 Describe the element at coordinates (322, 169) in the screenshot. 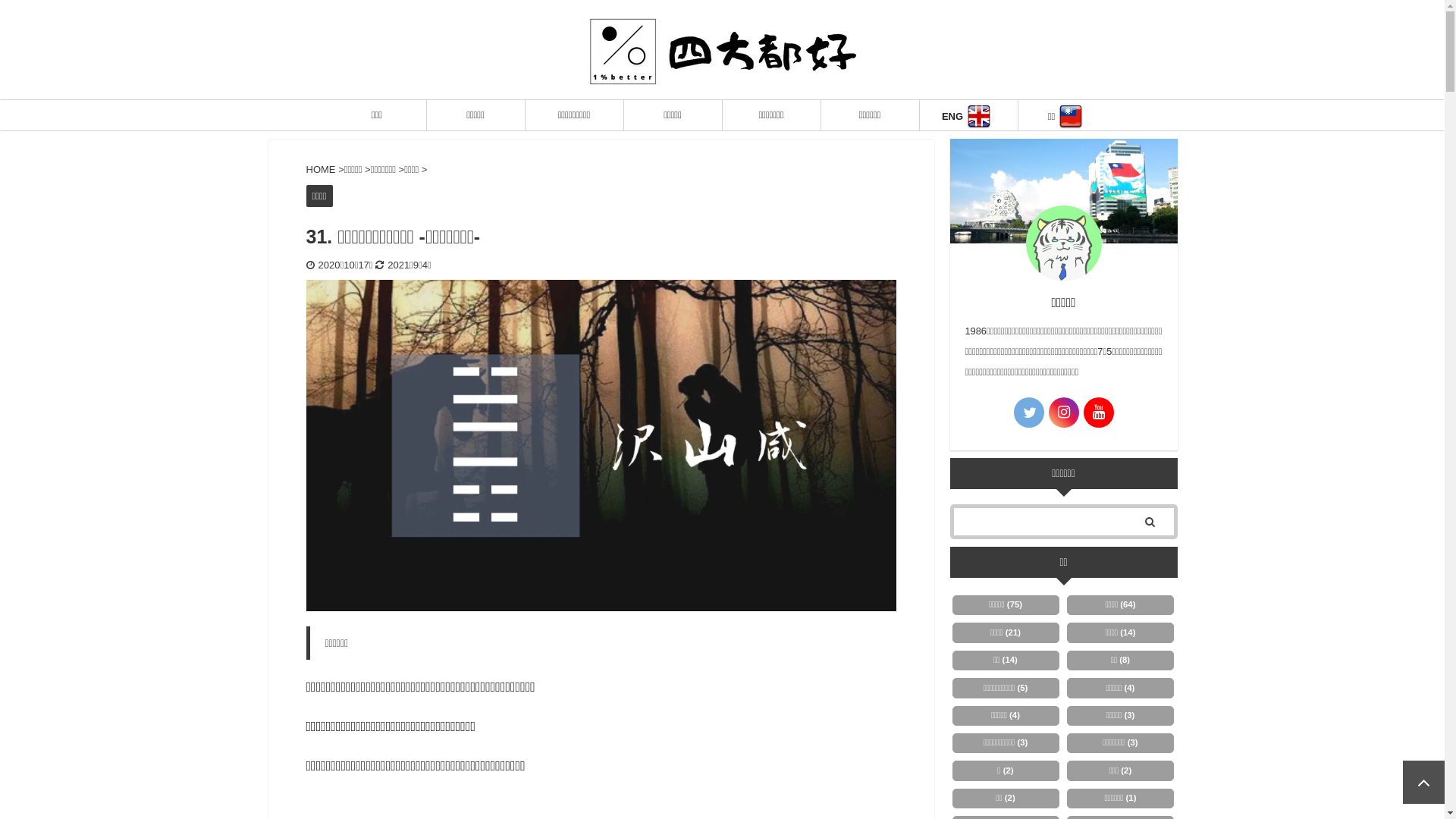

I see `'HOME'` at that location.